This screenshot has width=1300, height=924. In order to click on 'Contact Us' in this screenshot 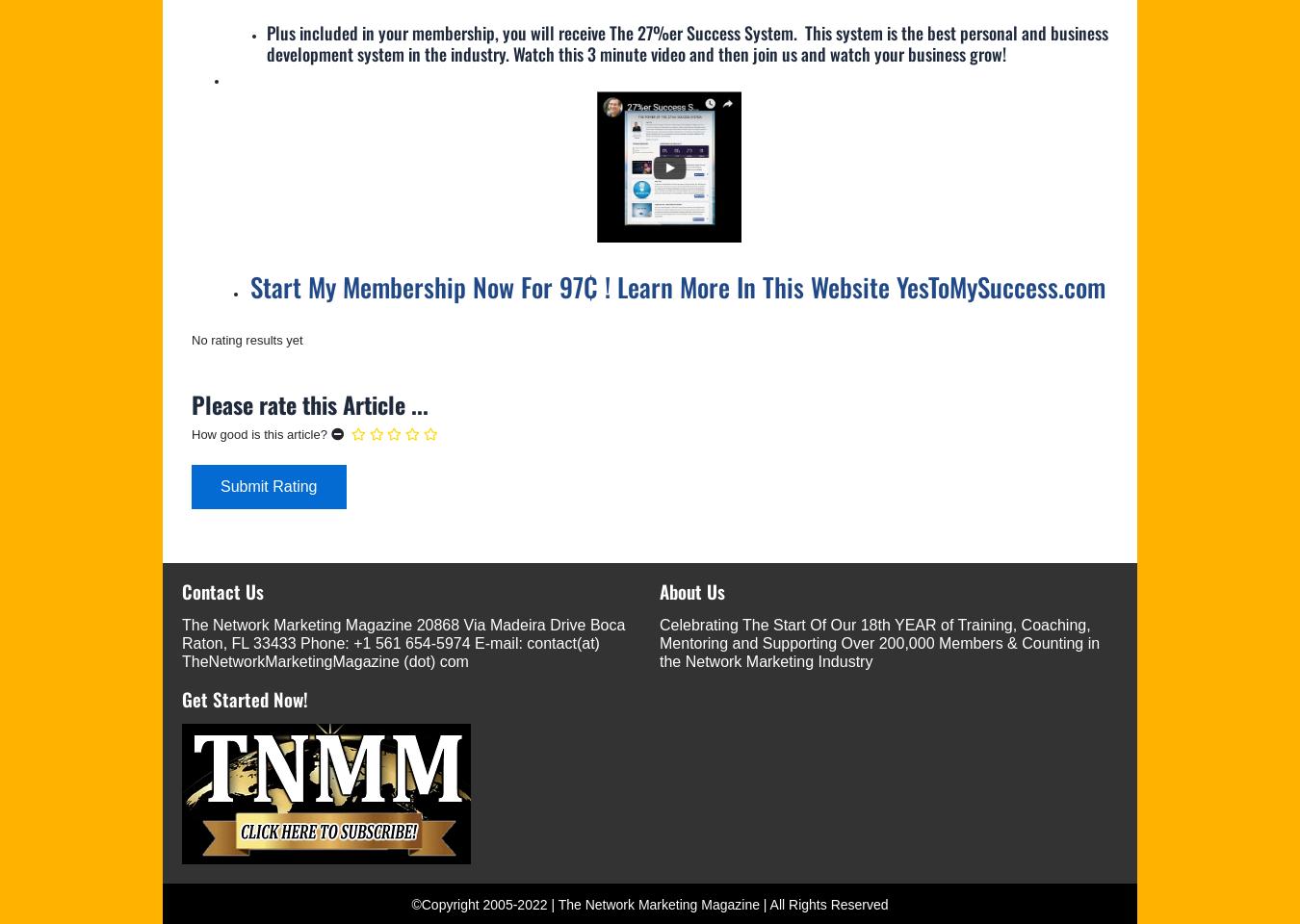, I will do `click(221, 588)`.